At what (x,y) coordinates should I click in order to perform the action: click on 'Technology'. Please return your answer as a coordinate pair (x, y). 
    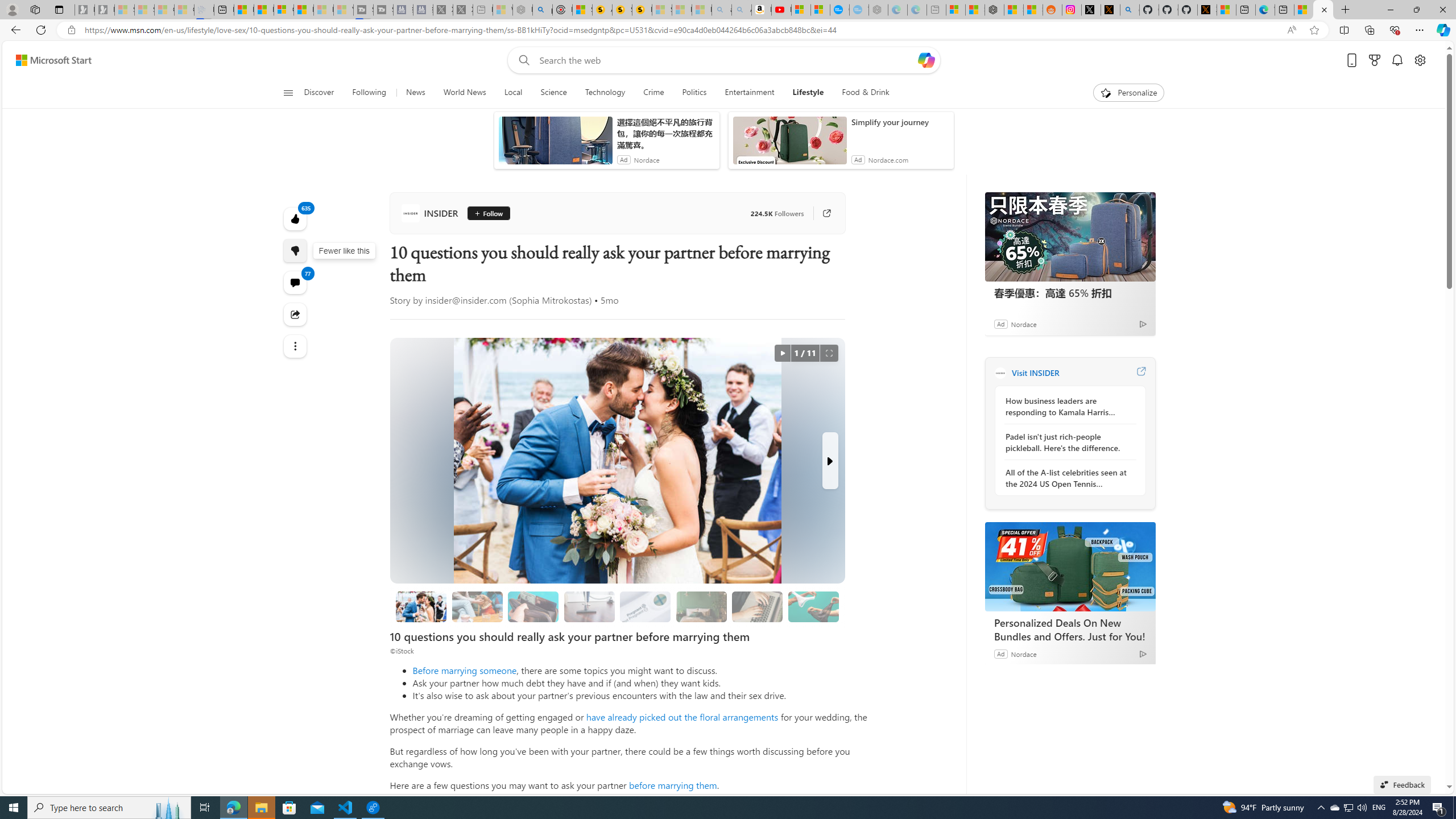
    Looking at the image, I should click on (605, 92).